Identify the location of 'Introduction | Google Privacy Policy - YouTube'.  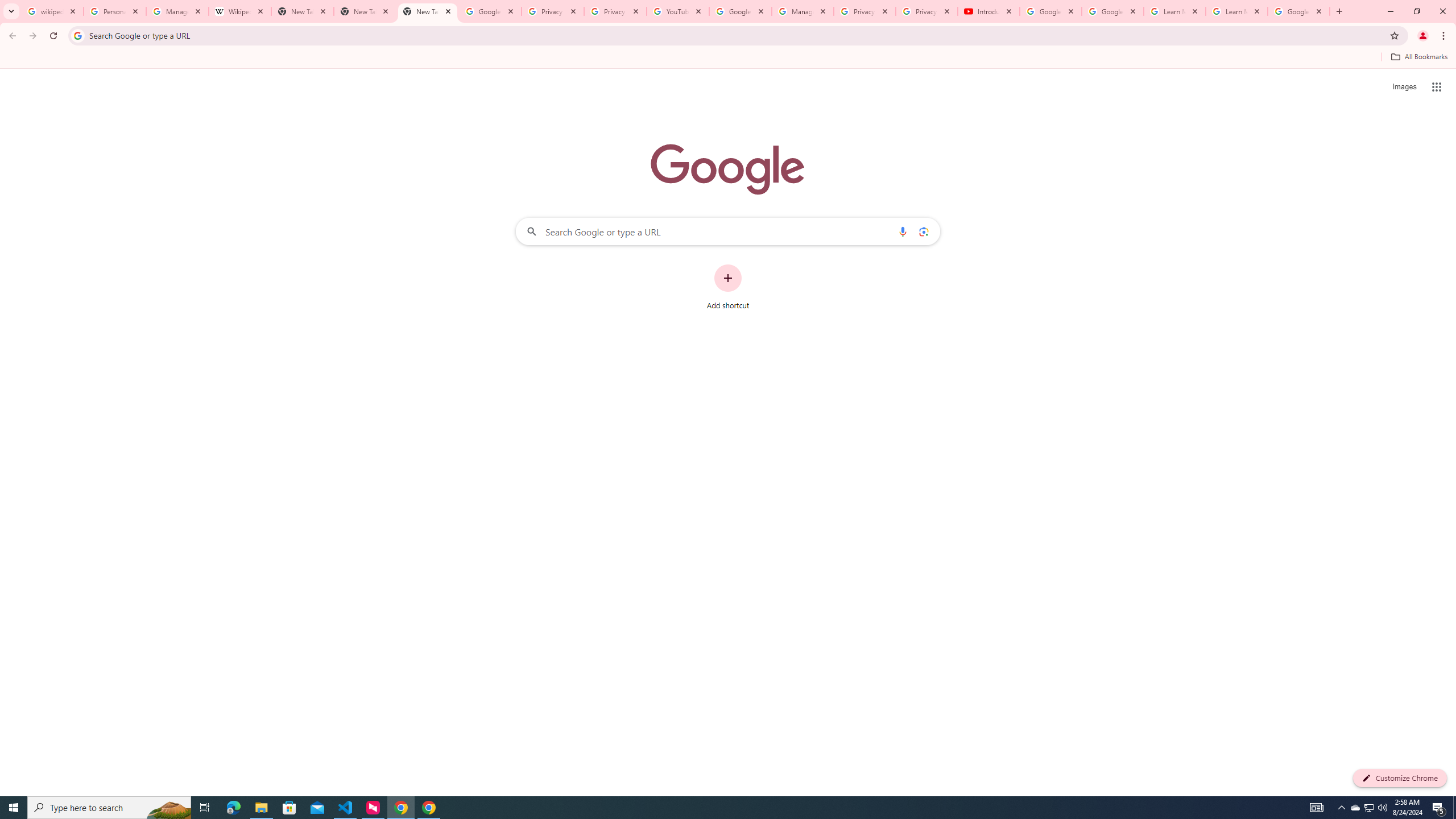
(988, 11).